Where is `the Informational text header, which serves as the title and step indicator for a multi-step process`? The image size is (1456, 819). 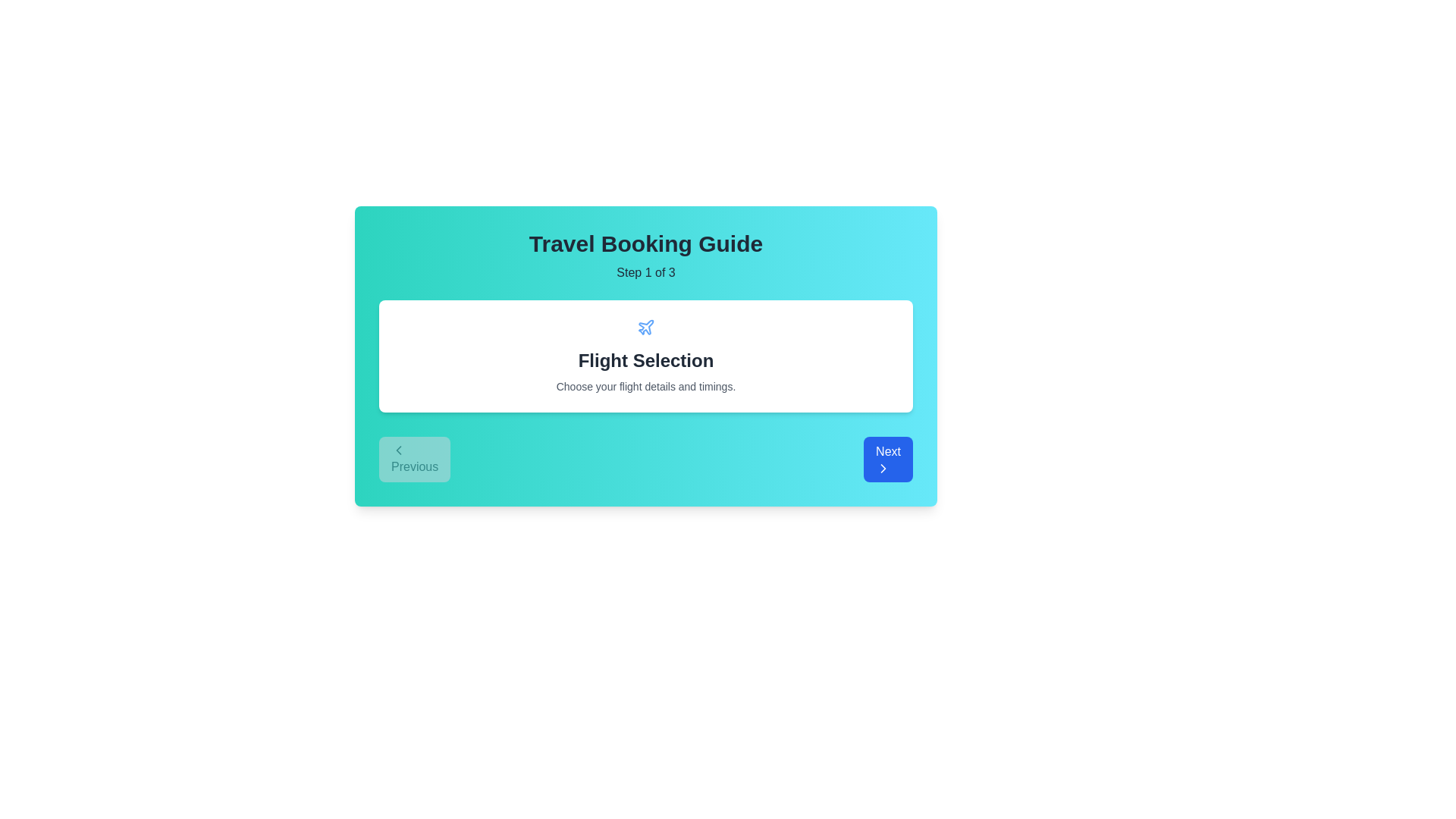
the Informational text header, which serves as the title and step indicator for a multi-step process is located at coordinates (645, 256).